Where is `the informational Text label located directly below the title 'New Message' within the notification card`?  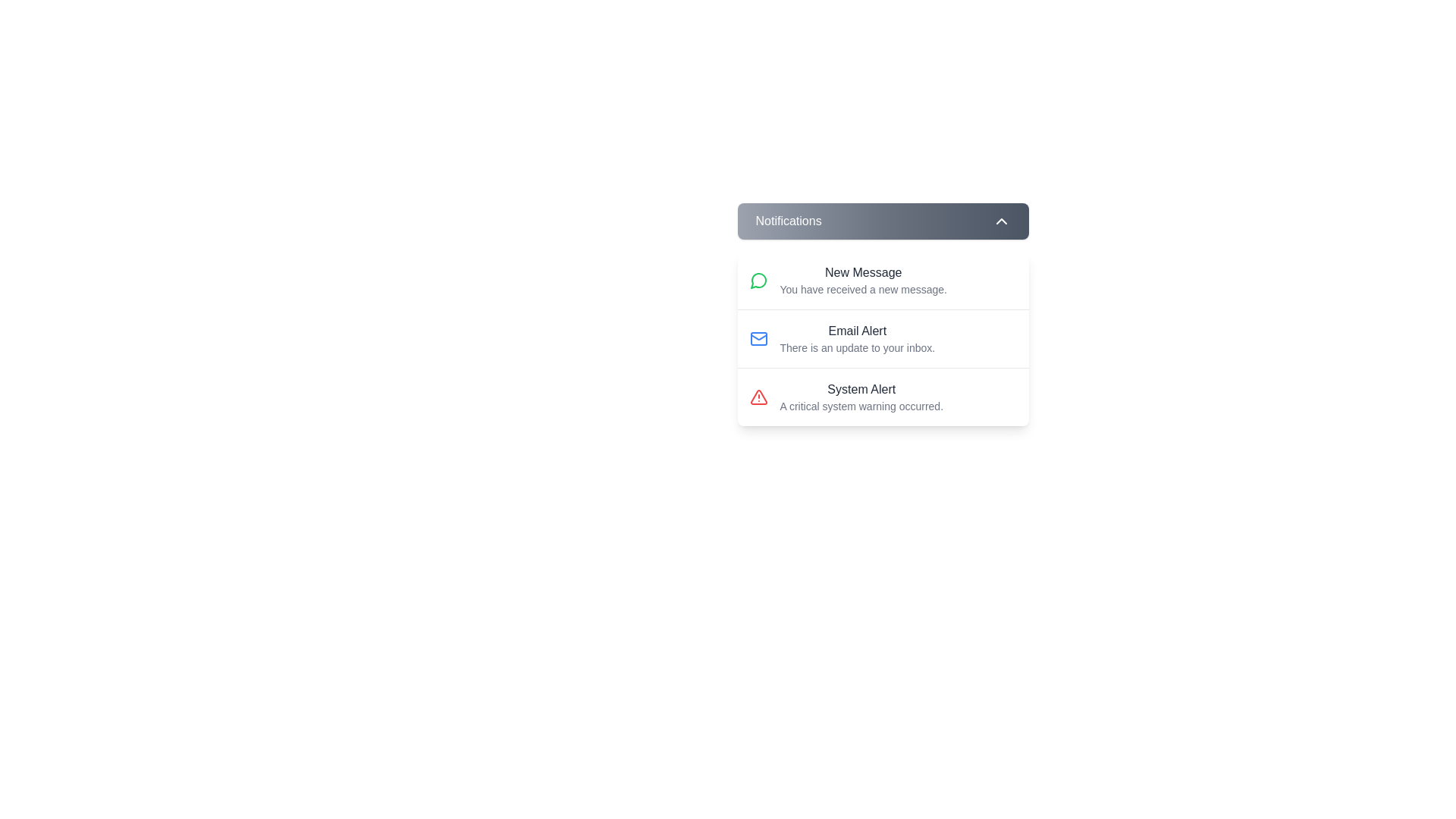
the informational Text label located directly below the title 'New Message' within the notification card is located at coordinates (863, 289).